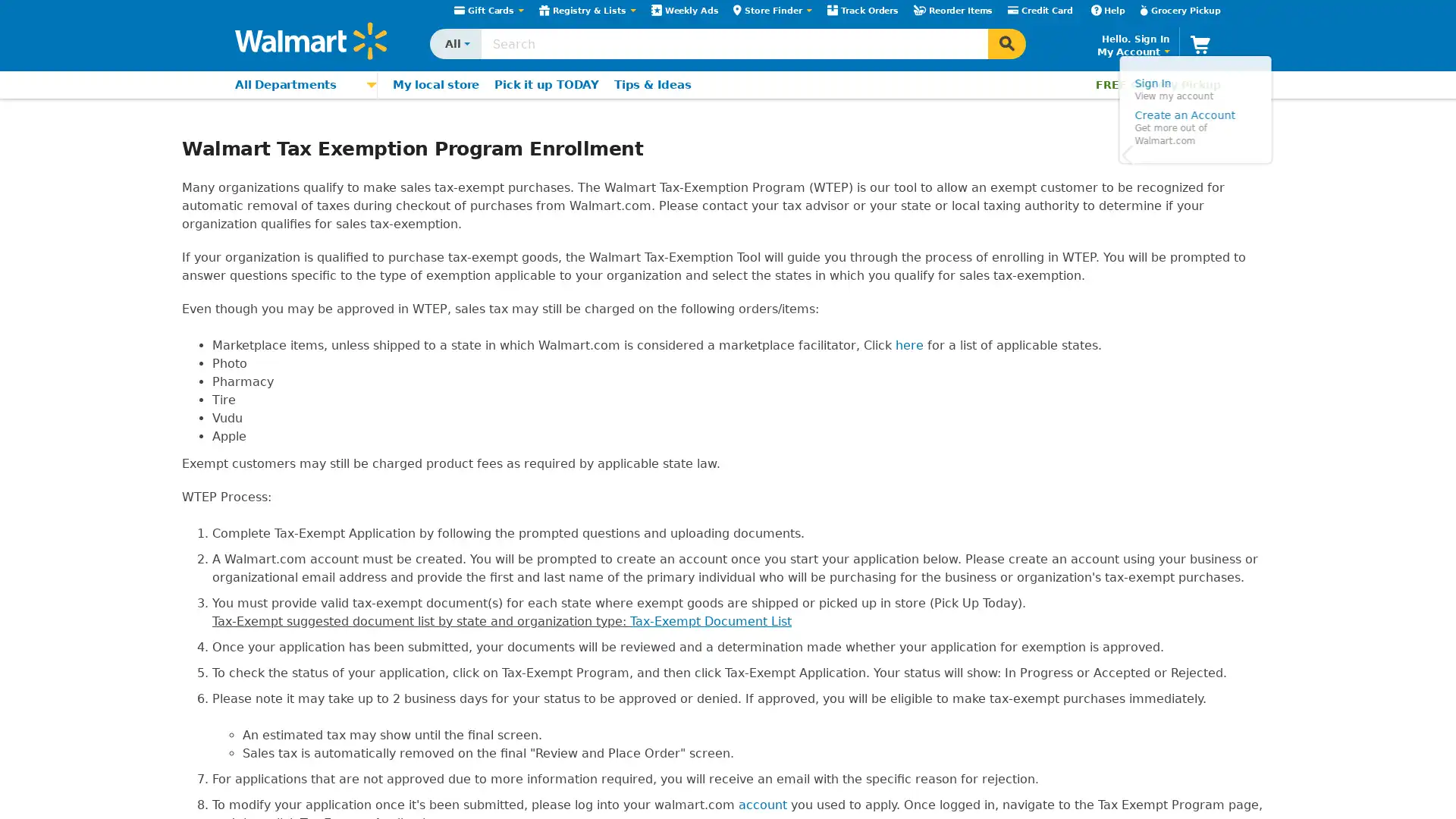 The image size is (1456, 819). I want to click on Pharmacy, Health & Personal Care, so click(294, 332).